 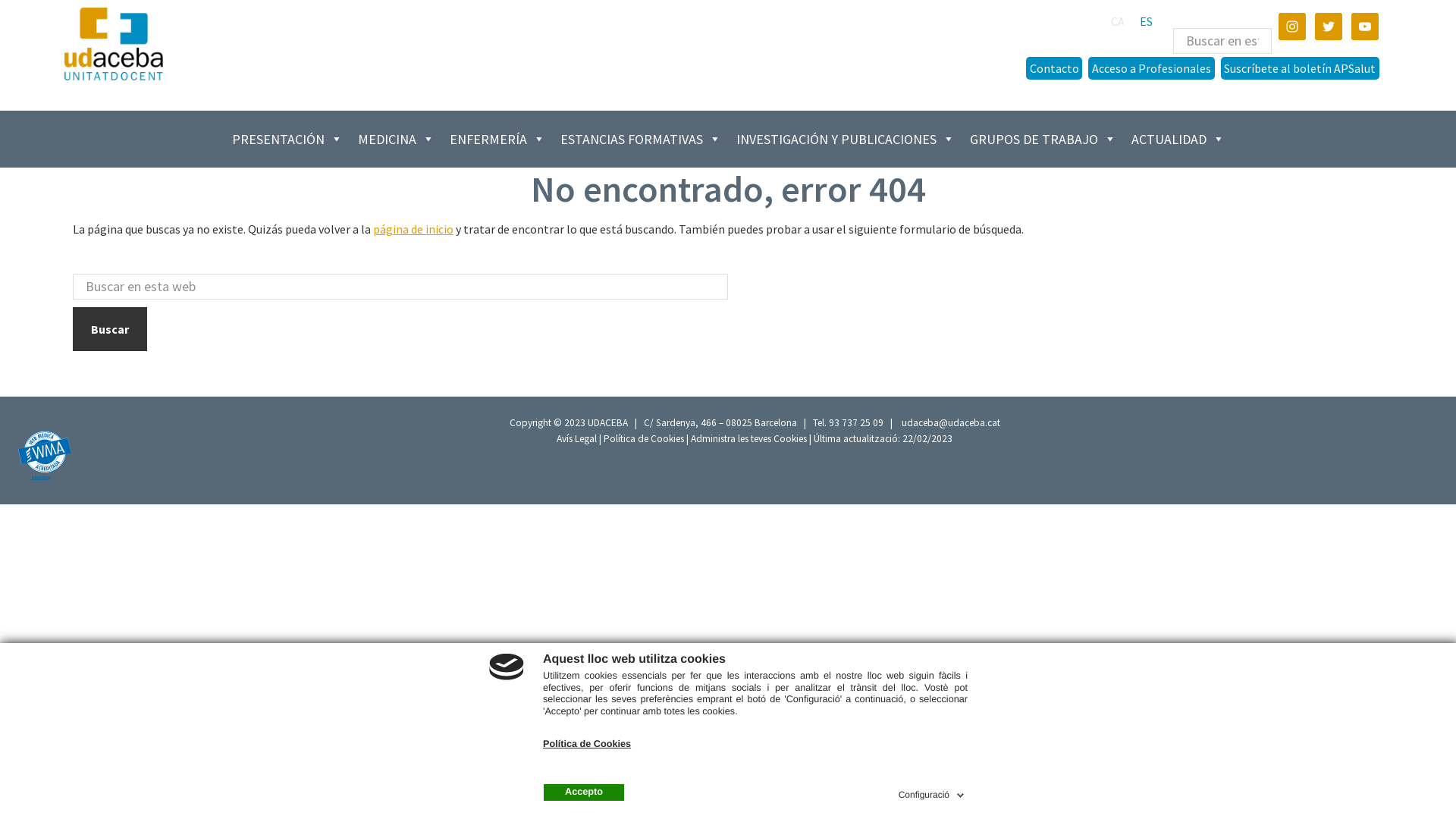 What do you see at coordinates (1053, 67) in the screenshot?
I see `'Contacto'` at bounding box center [1053, 67].